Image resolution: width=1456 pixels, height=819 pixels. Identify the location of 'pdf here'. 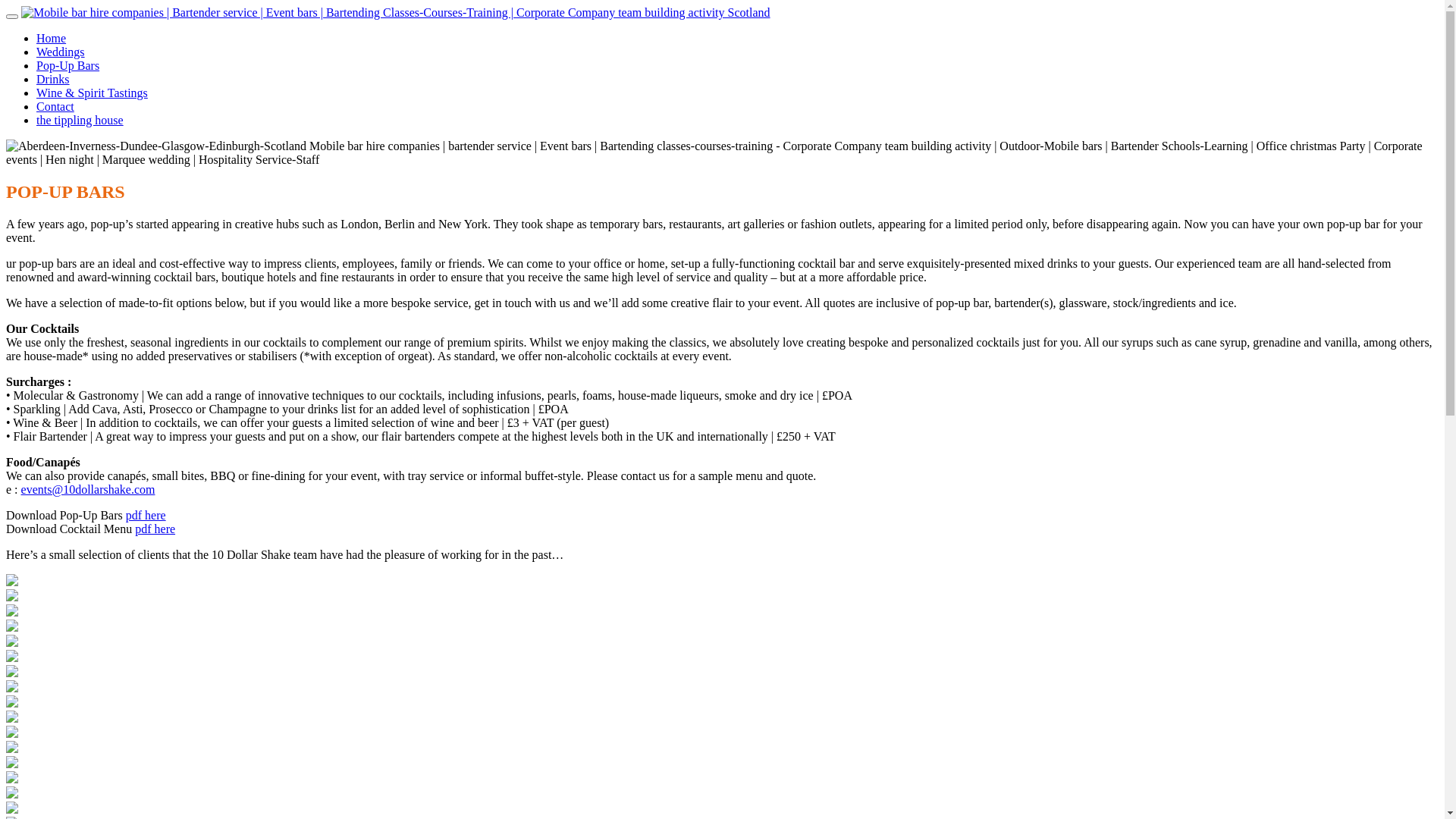
(155, 528).